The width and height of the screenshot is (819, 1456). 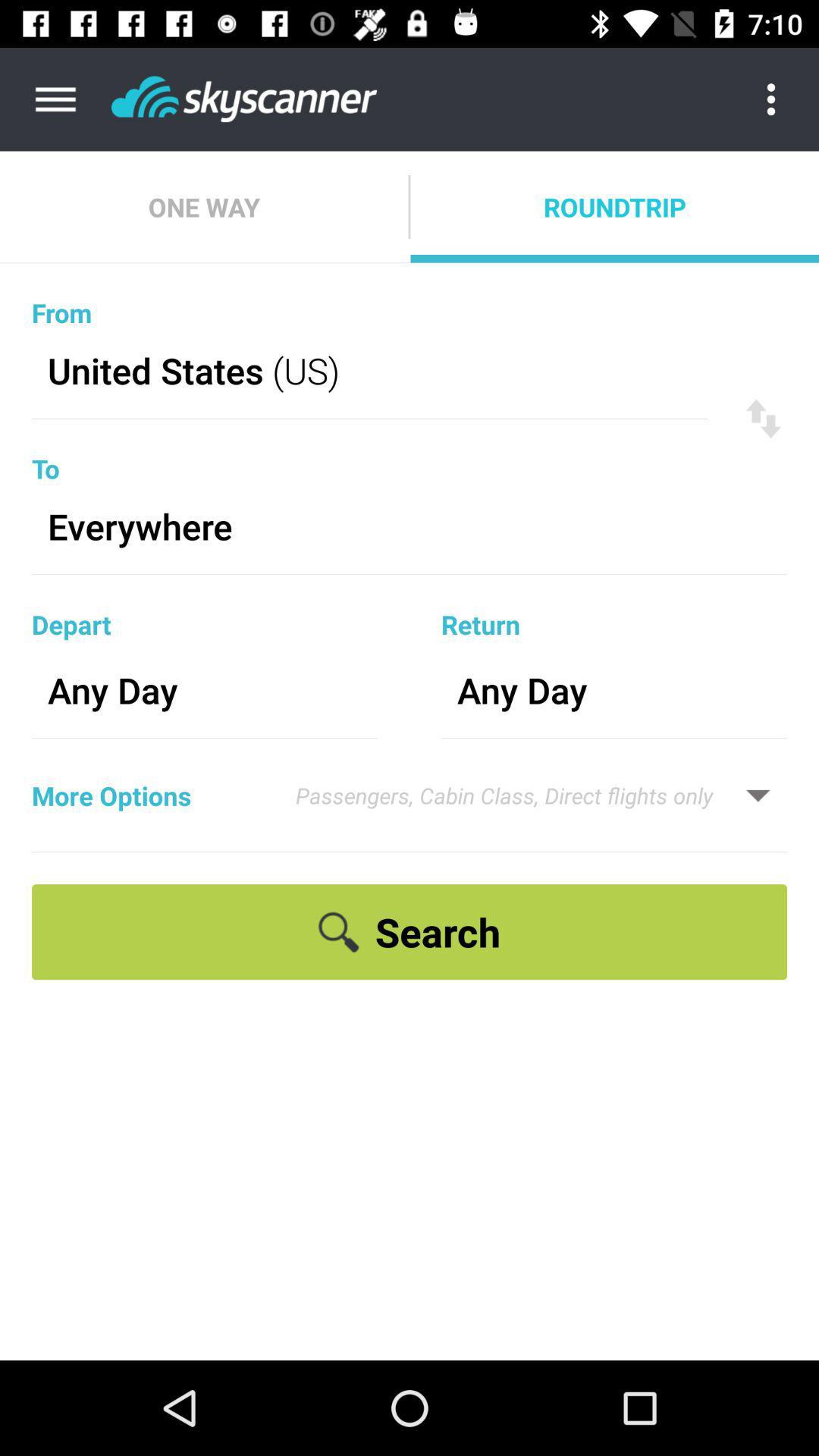 I want to click on the 3 vertical dots icon, so click(x=783, y=98).